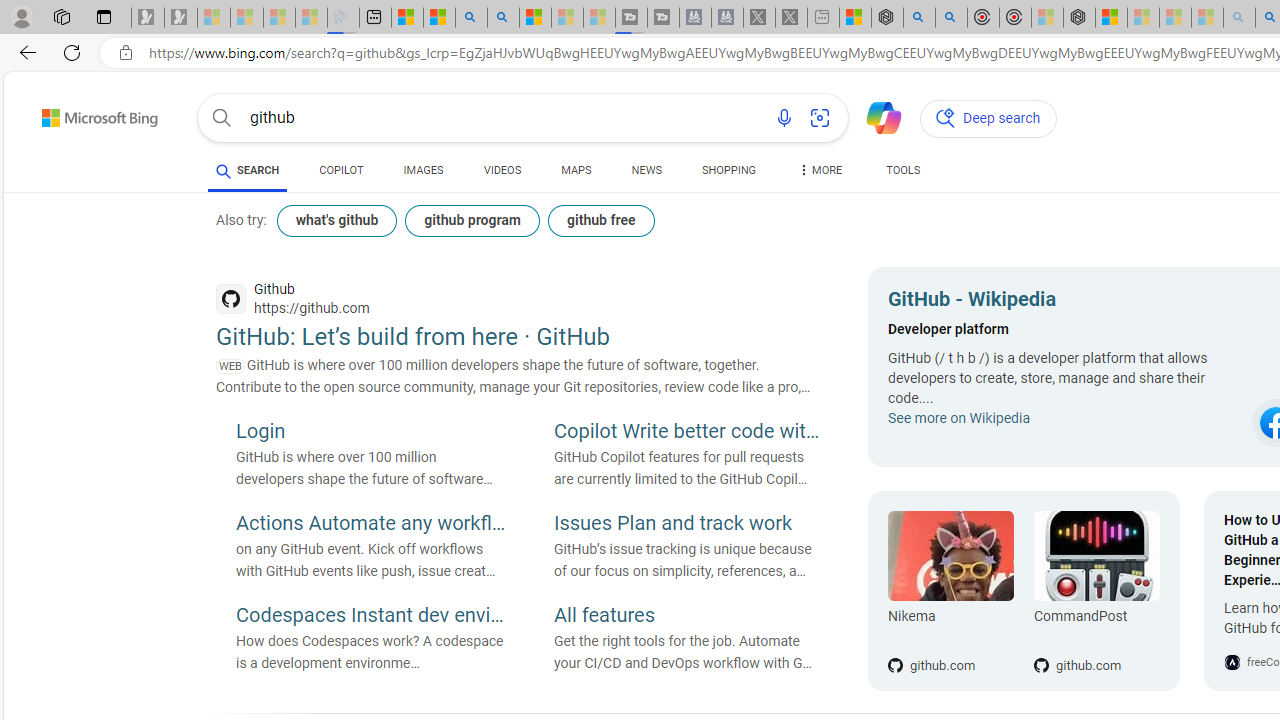 This screenshot has width=1280, height=720. I want to click on 'IMAGES', so click(422, 172).